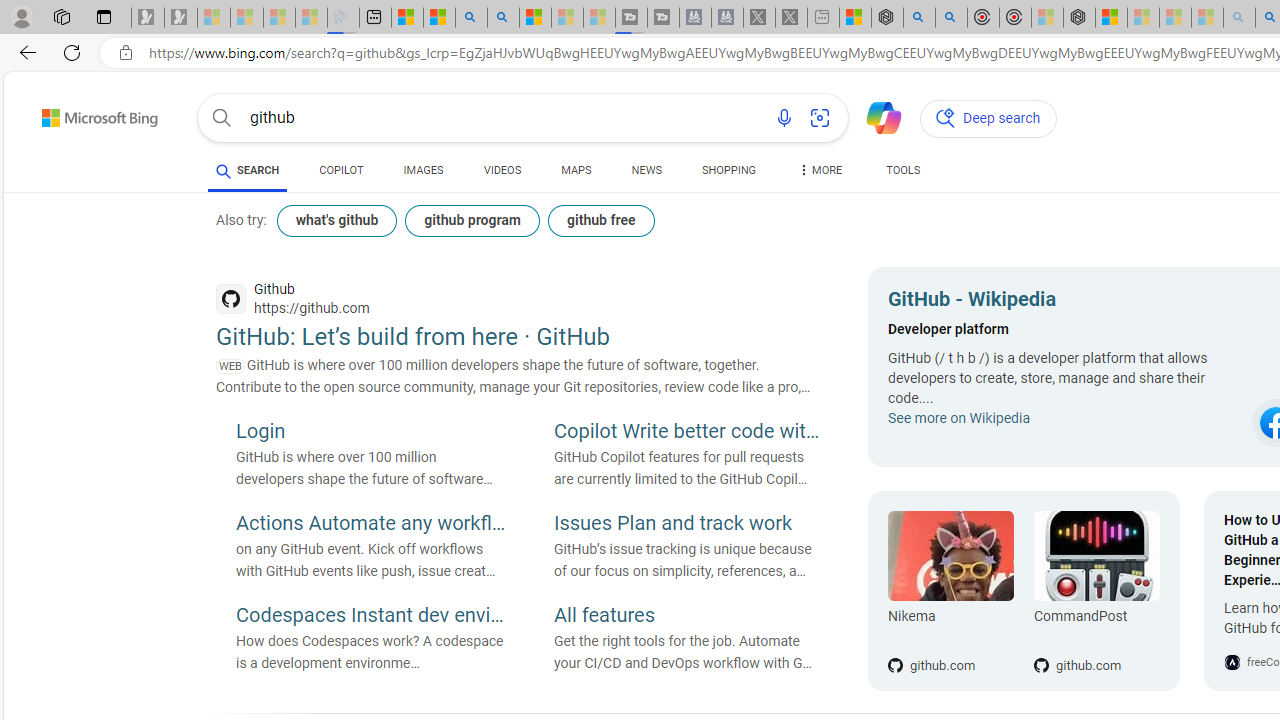 This screenshot has width=1280, height=720. I want to click on 'IMAGES', so click(422, 172).